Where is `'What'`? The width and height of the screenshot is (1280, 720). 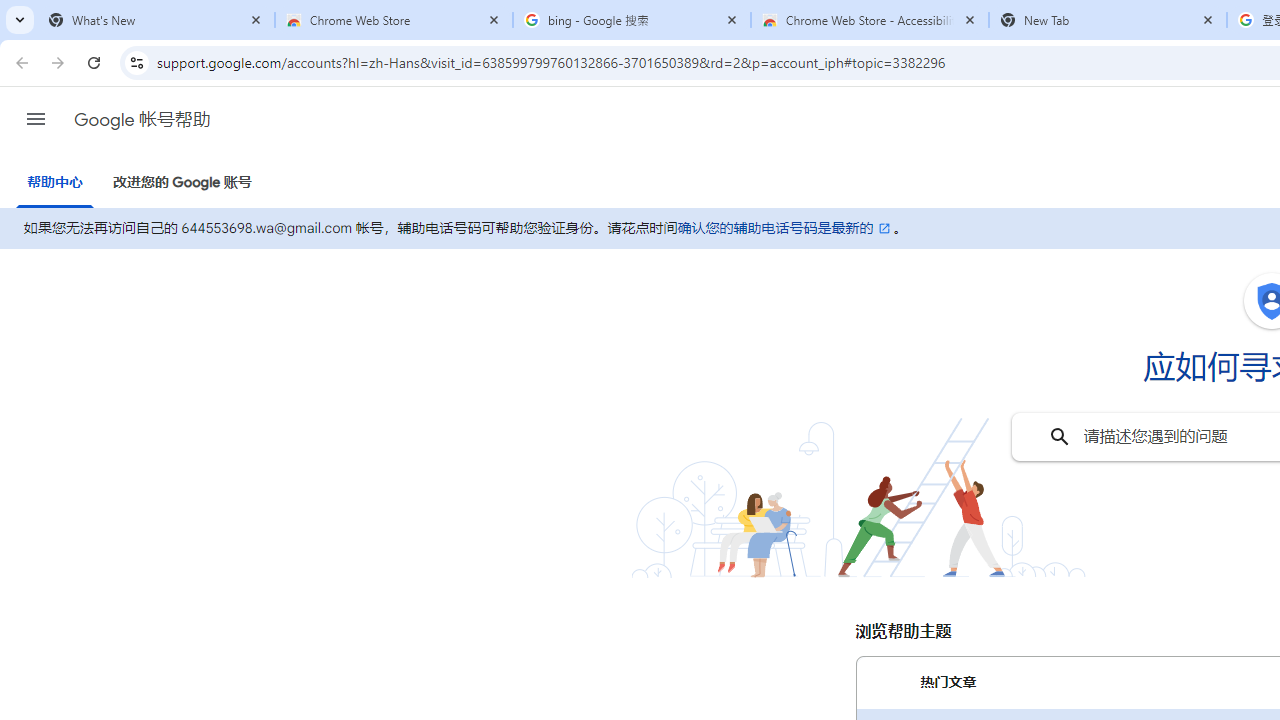
'What' is located at coordinates (155, 20).